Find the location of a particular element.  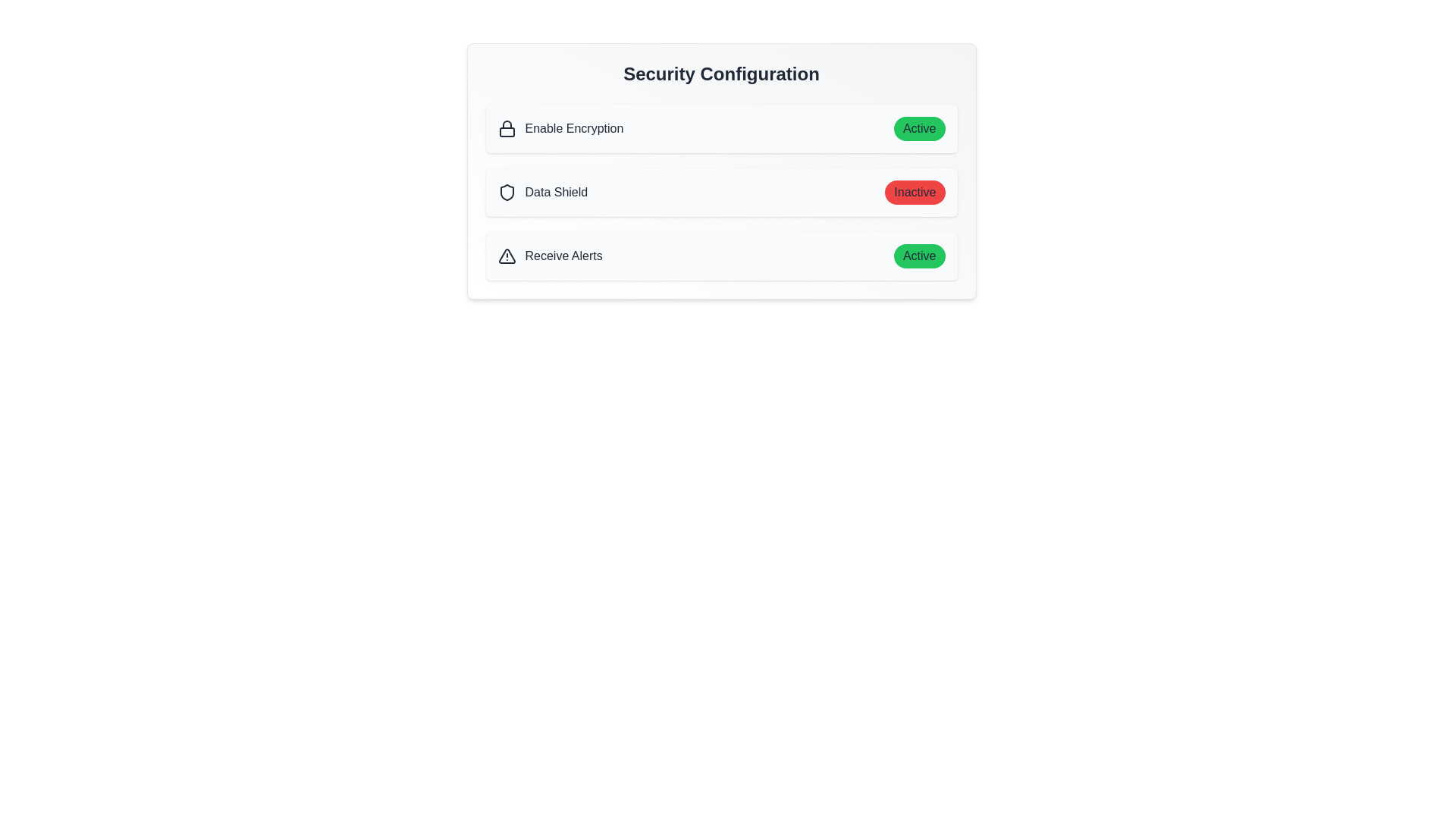

text label that says 'Enable Encryption', which is located under the 'Security Configuration' heading and to the right of a lock icon is located at coordinates (573, 127).